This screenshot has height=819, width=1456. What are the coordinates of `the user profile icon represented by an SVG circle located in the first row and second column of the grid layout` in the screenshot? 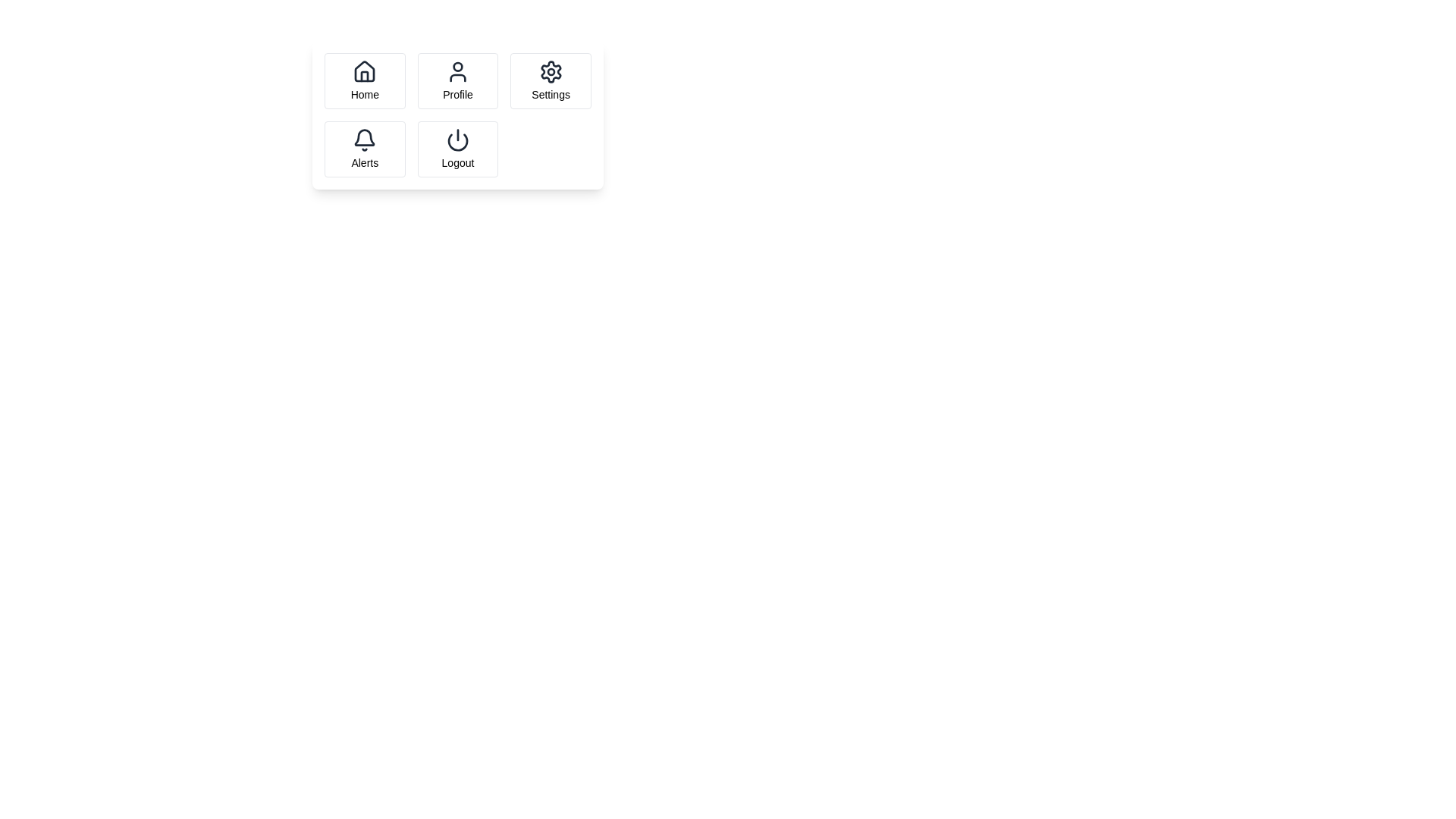 It's located at (457, 66).